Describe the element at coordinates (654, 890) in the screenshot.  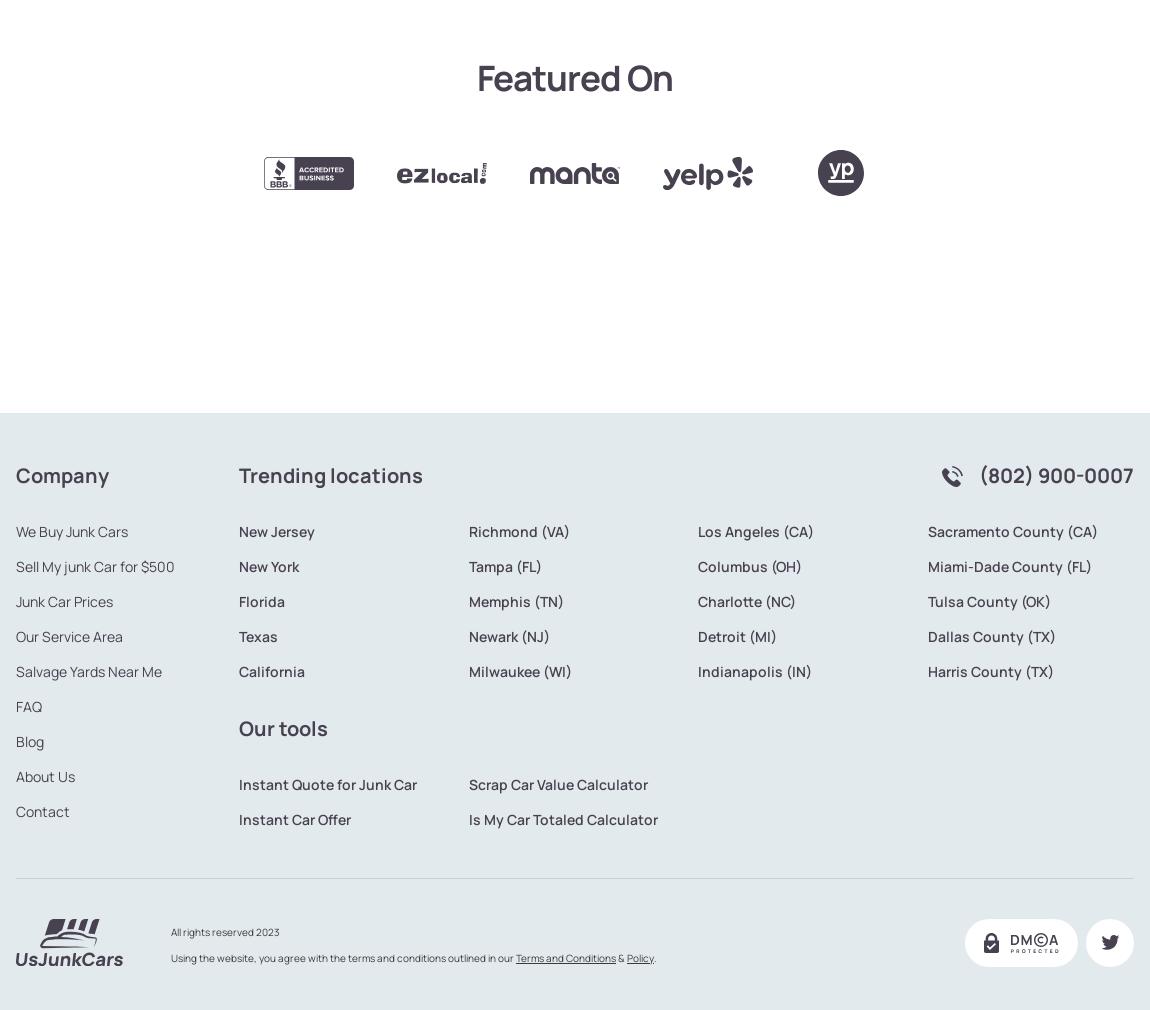
I see `'.'` at that location.